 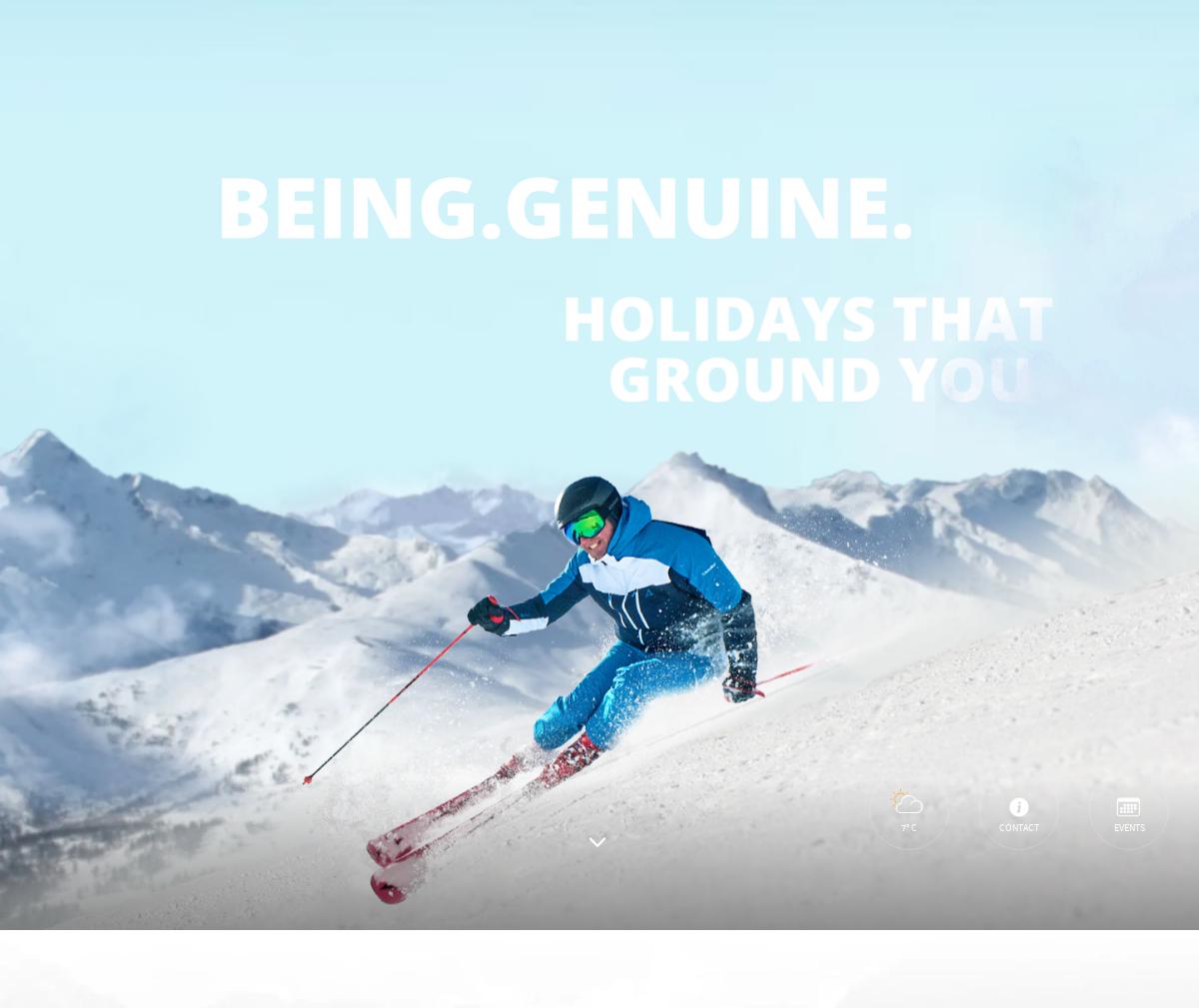 What do you see at coordinates (330, 690) in the screenshot?
I see `'Our website uses cookies. These have two functions: On the one hand, they are necessary for the basic functionality of our website. On the other hand, we use cookies to optimize our website, analyze traffic, personalize content and ads, offer social media features and show personalized advertising. With your consent (click on "Accept all cookies"), you also expressly agree pursuant to Art. 49 (1) lit. a DSGVO that providers in the USA may also process your data. In this case, it is possible that the transmitted data will be processed by US authorities for control and monitoring purposes without you having any legal remedies against this. Further details on the US services used on our website can be found in our privacy policy or in this cookie banner. You can revoke your consent to the use of cookies at any time. Further information about cookies on this website can be found in our'` at bounding box center [330, 690].